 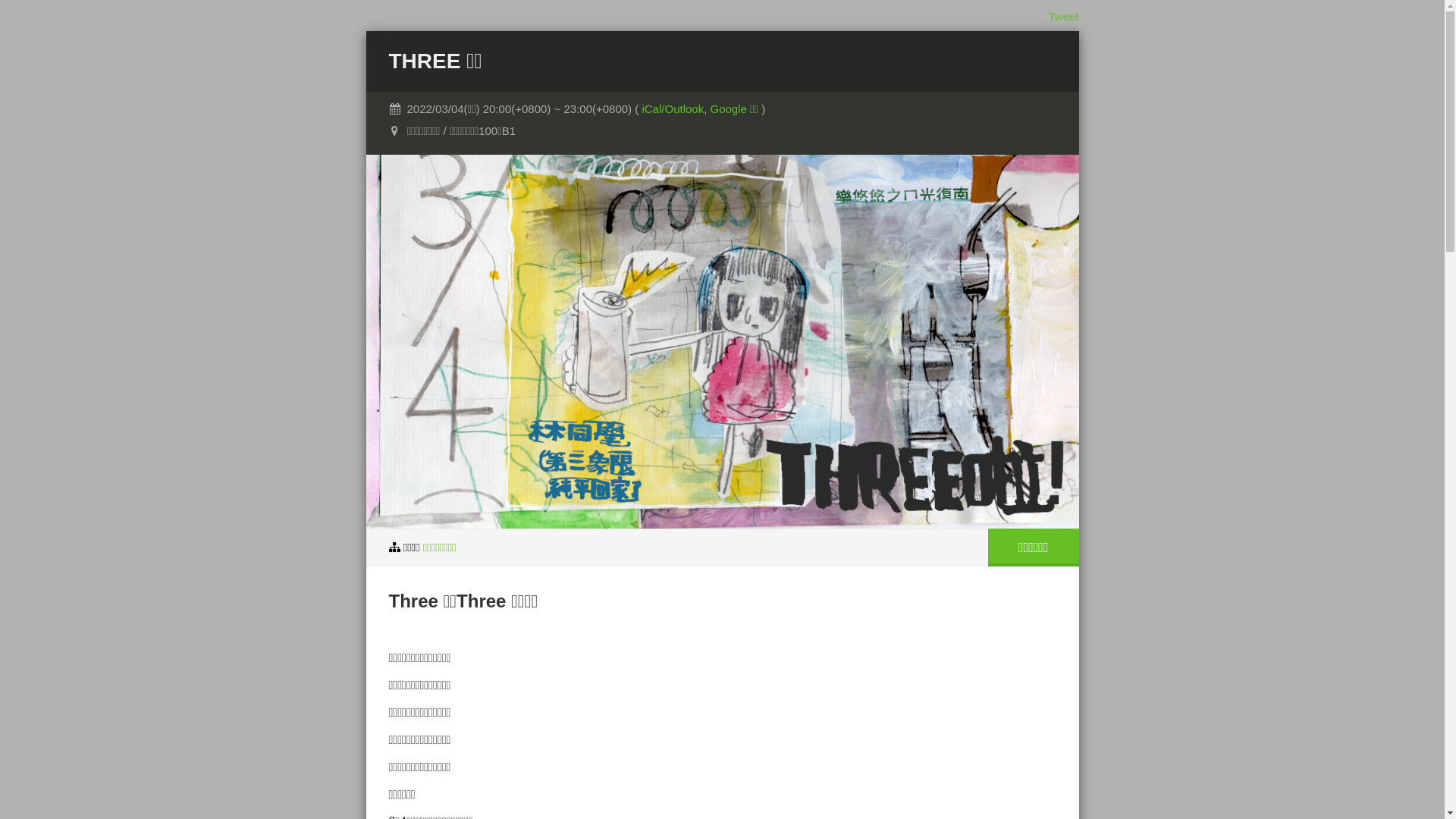 What do you see at coordinates (672, 108) in the screenshot?
I see `'iCal/Outlook'` at bounding box center [672, 108].